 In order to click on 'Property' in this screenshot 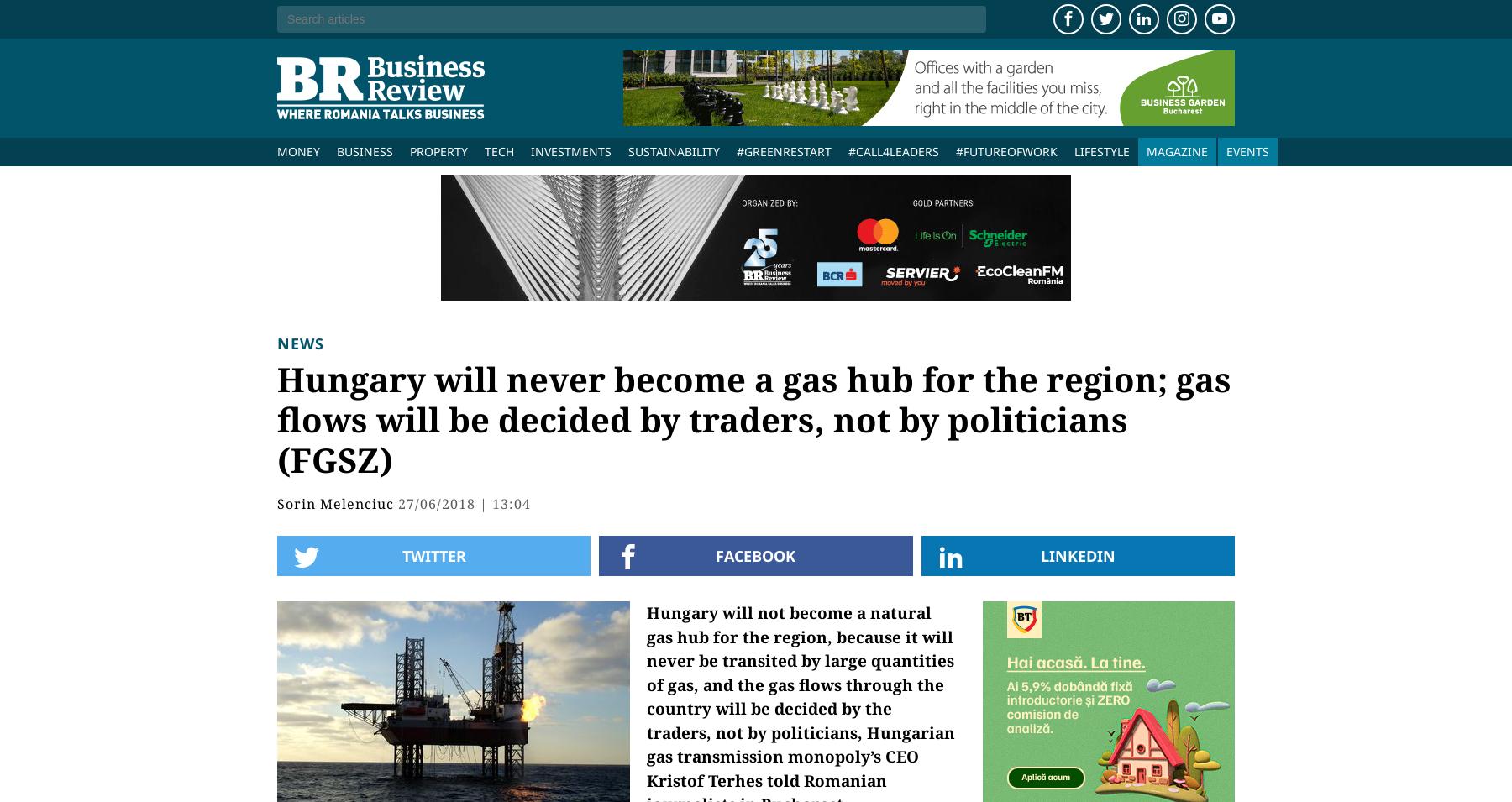, I will do `click(438, 151)`.